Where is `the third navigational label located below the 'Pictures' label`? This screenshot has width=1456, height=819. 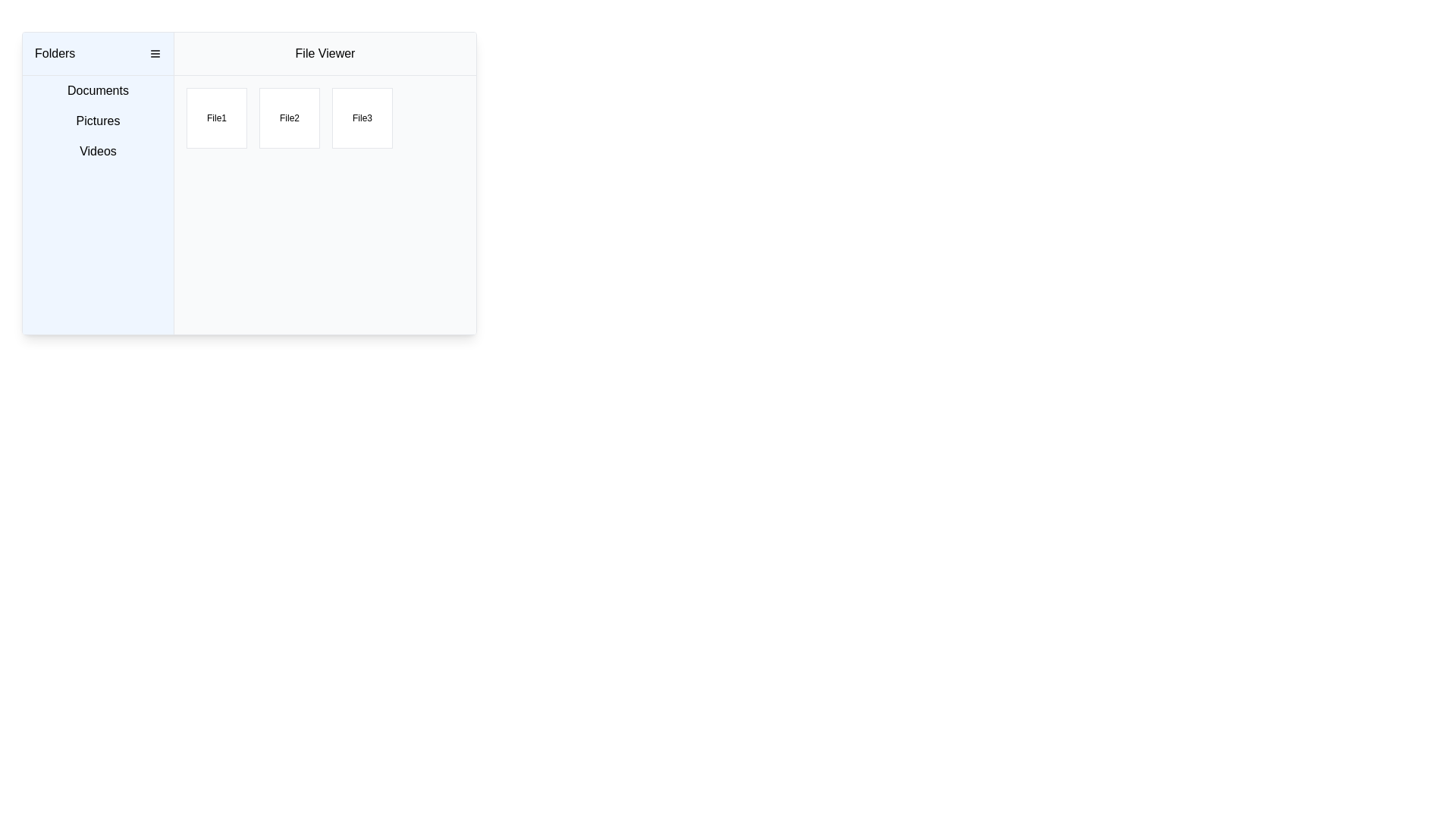
the third navigational label located below the 'Pictures' label is located at coordinates (97, 152).